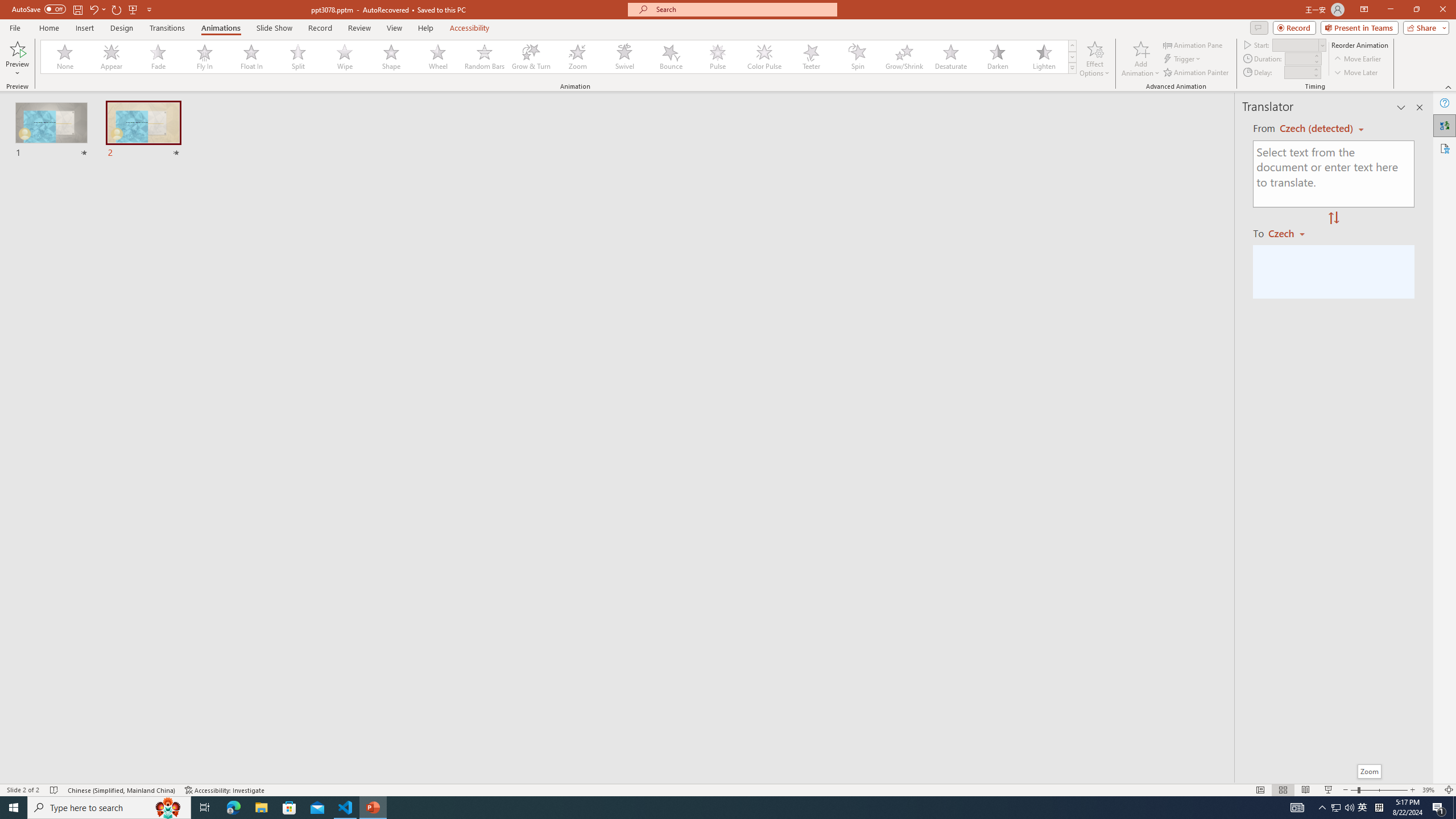 The width and height of the screenshot is (1456, 819). Describe the element at coordinates (1430, 790) in the screenshot. I see `'Zoom 39%'` at that location.